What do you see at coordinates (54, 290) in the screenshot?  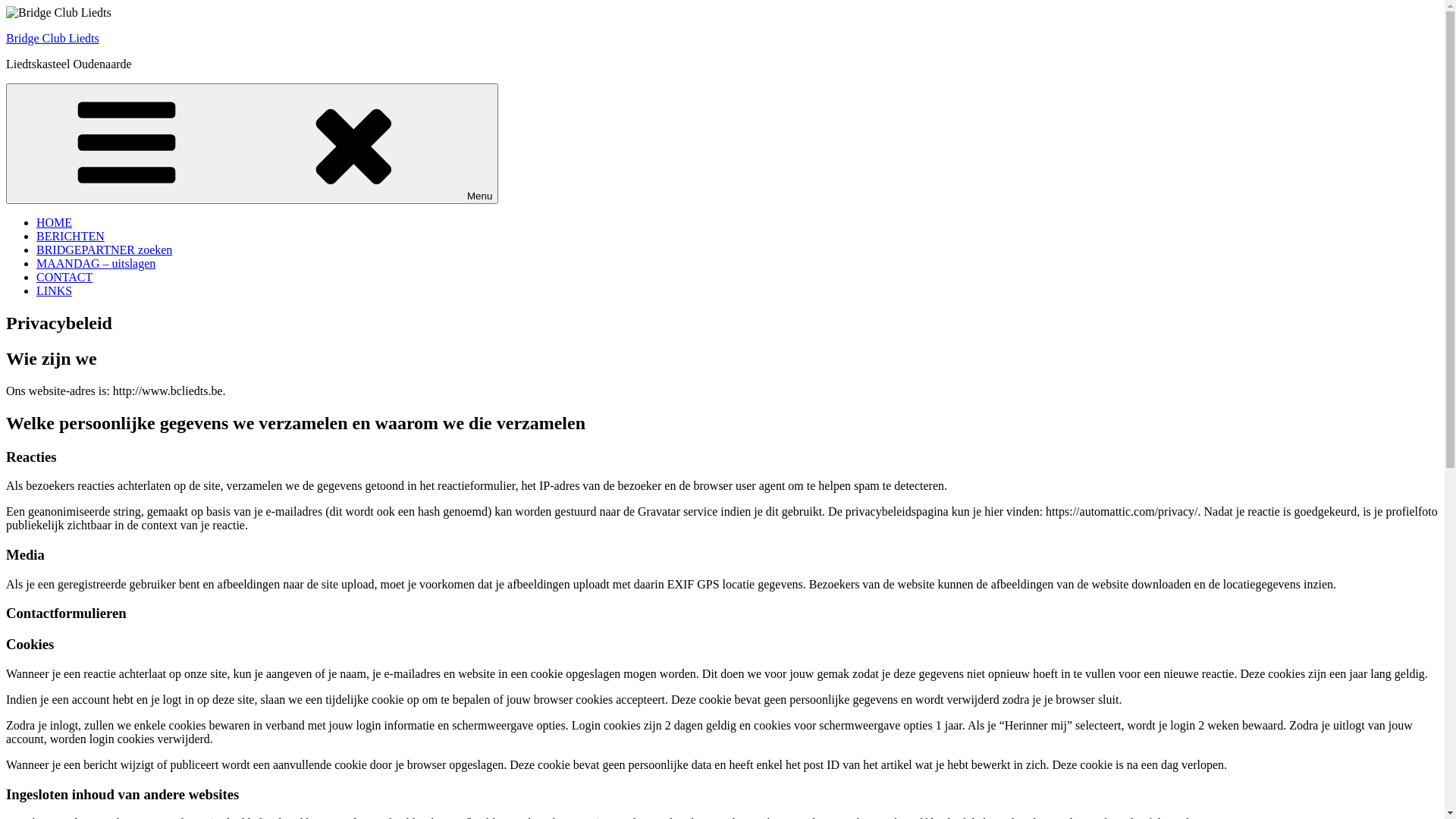 I see `'LINKS'` at bounding box center [54, 290].